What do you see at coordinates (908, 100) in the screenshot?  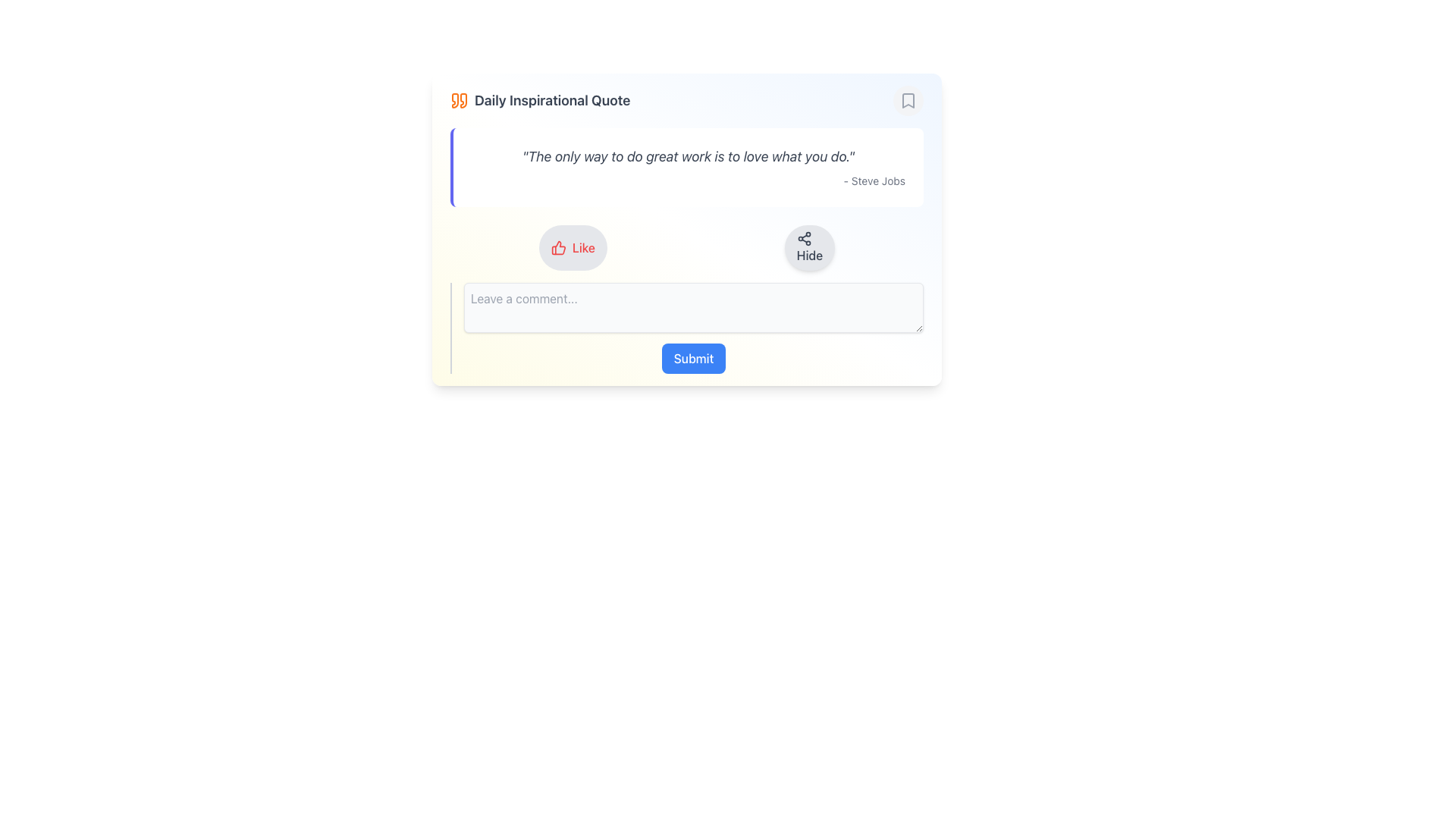 I see `the bookmark icon, which is a downwards-pointing chevron with a rectangular top section located to the far right of the 'Daily Inspirational Quote' box in the upper section of the interface` at bounding box center [908, 100].